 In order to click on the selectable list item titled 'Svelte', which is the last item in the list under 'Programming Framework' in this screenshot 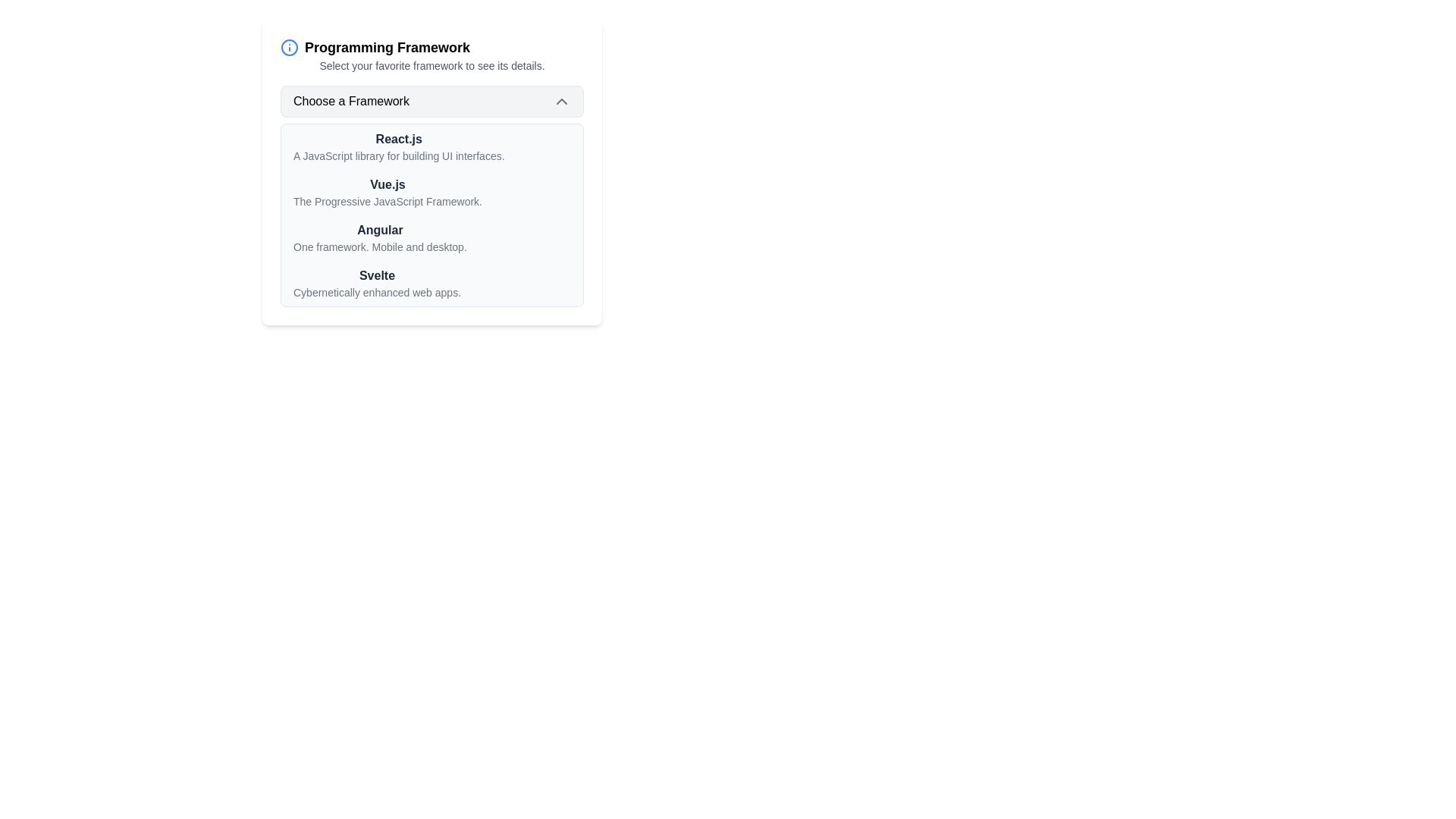, I will do `click(431, 284)`.